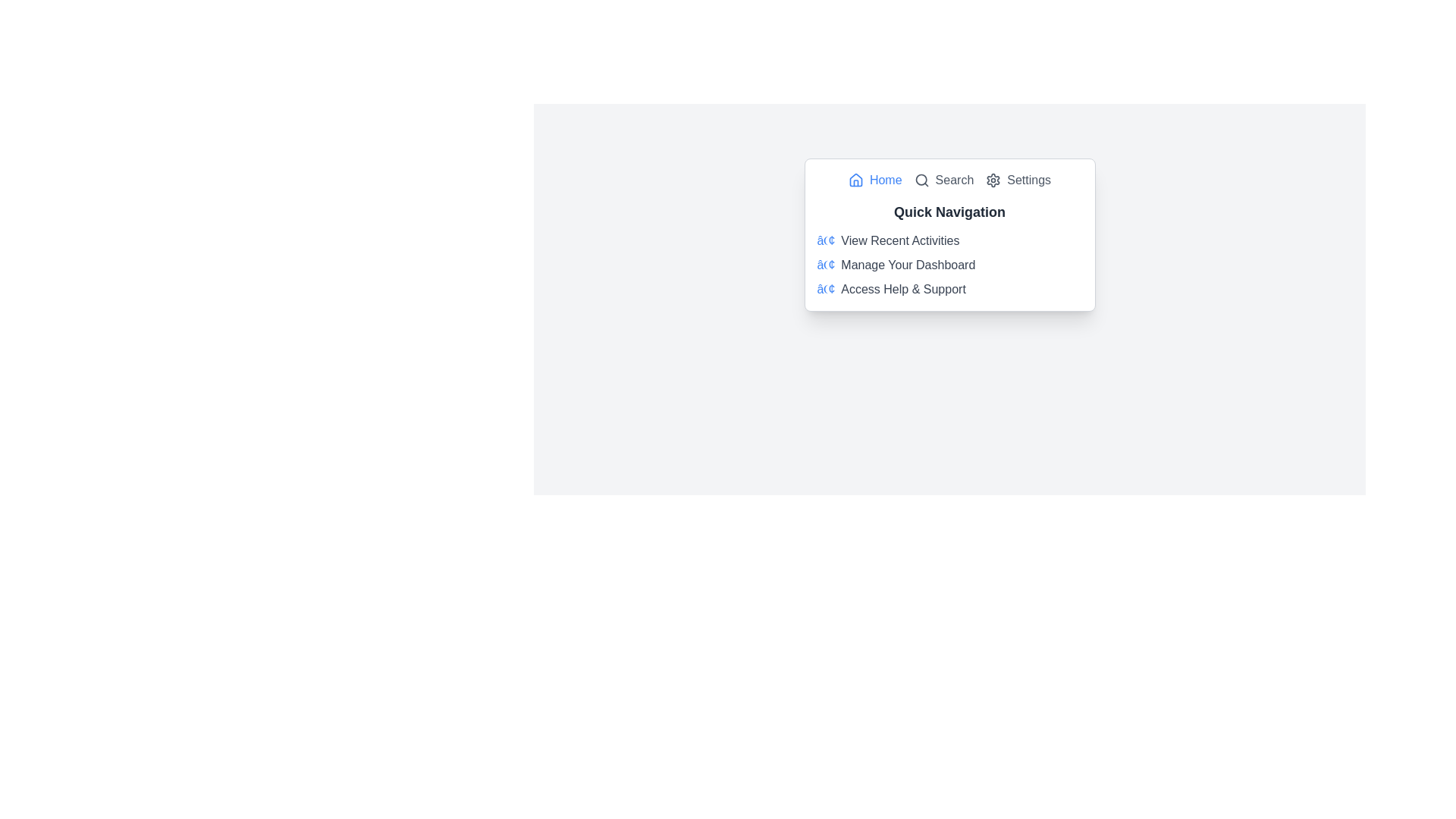  I want to click on the style or content of the bullet point marking the item 'View Recent Activities' in the Quick Navigation section, so click(825, 240).